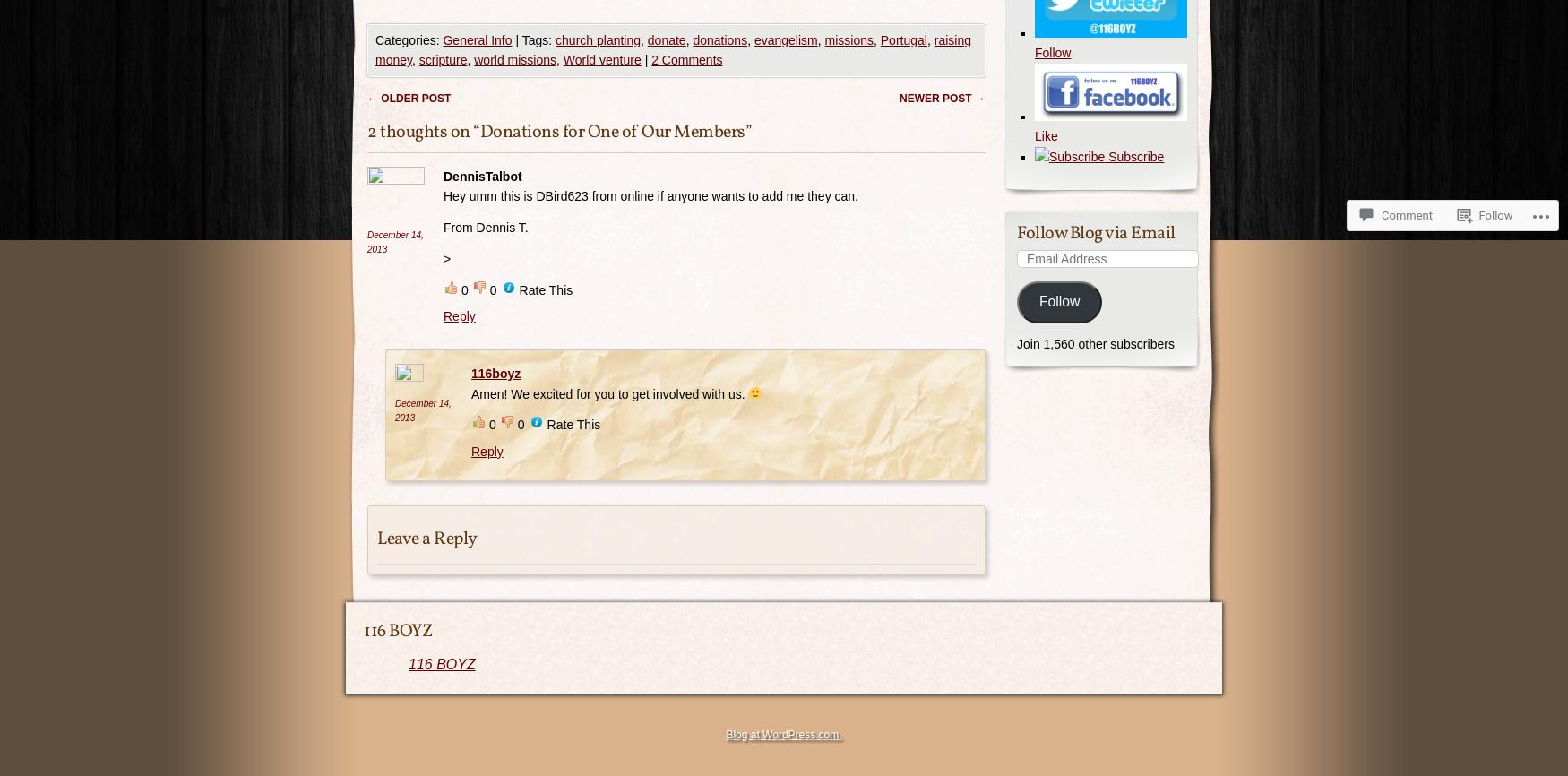 This screenshot has height=776, width=1568. I want to click on 'Follow Blog via Email', so click(1096, 231).